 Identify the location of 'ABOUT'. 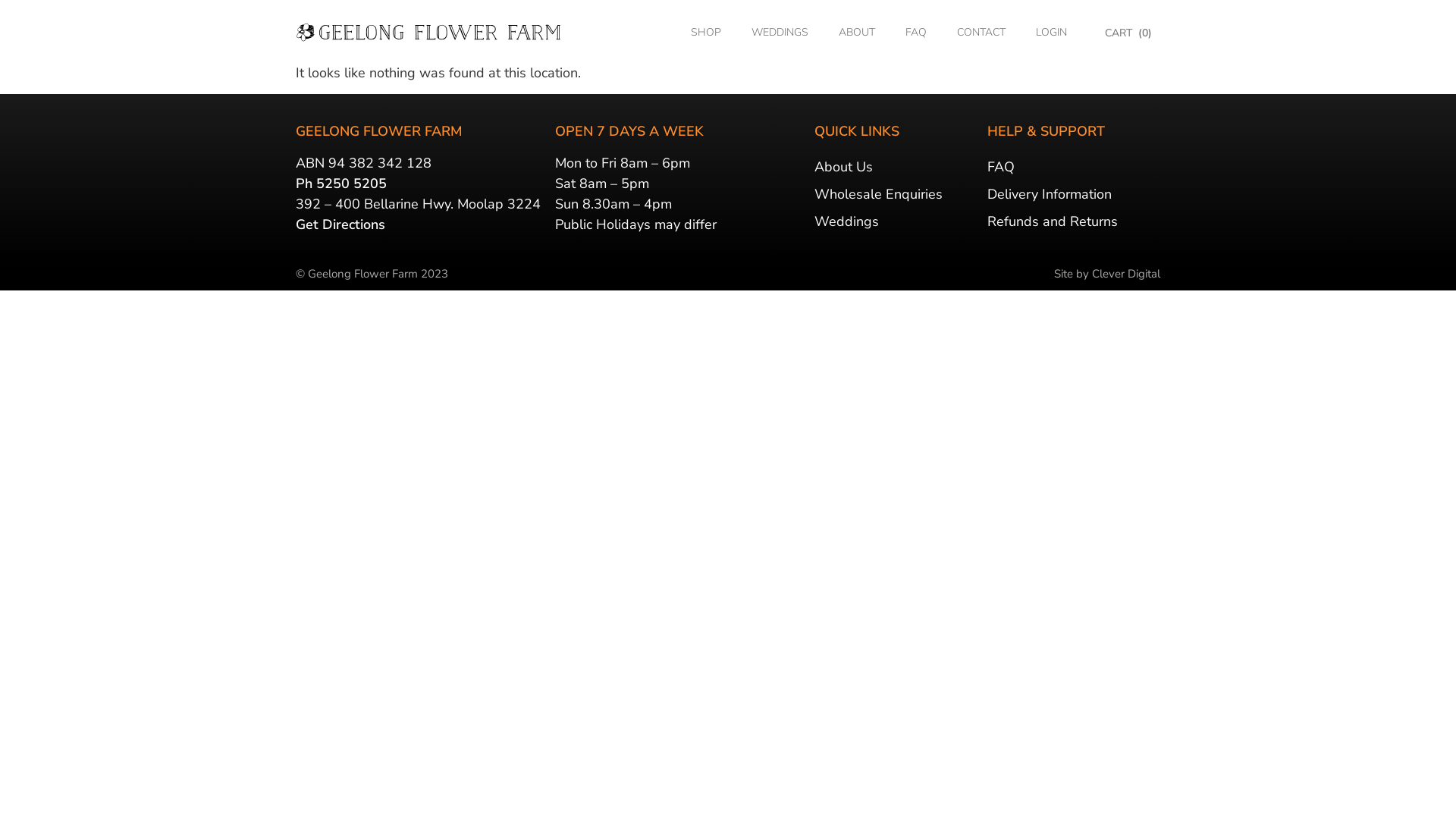
(822, 32).